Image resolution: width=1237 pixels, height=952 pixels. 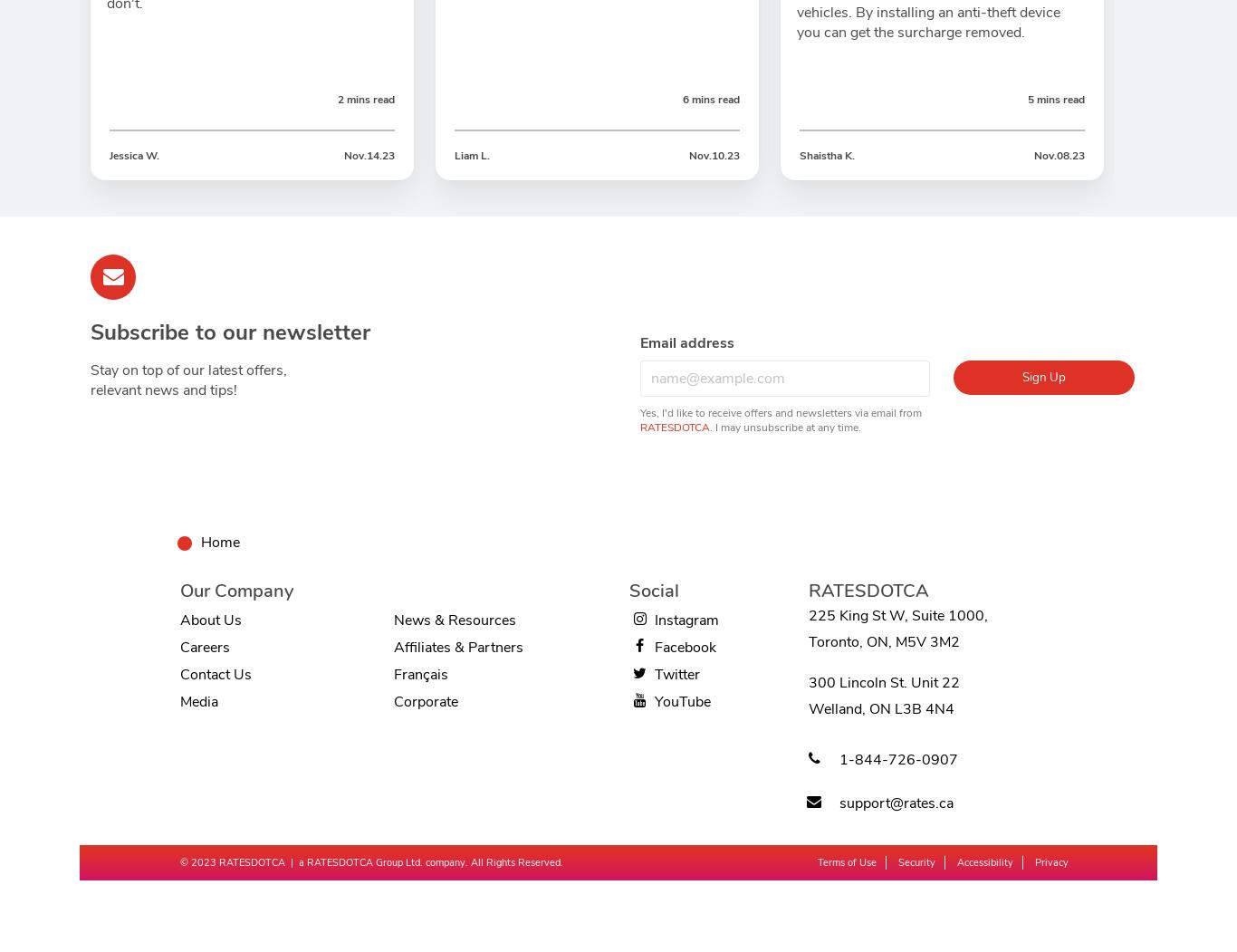 I want to click on 'Subscribe to our newsletter', so click(x=90, y=332).